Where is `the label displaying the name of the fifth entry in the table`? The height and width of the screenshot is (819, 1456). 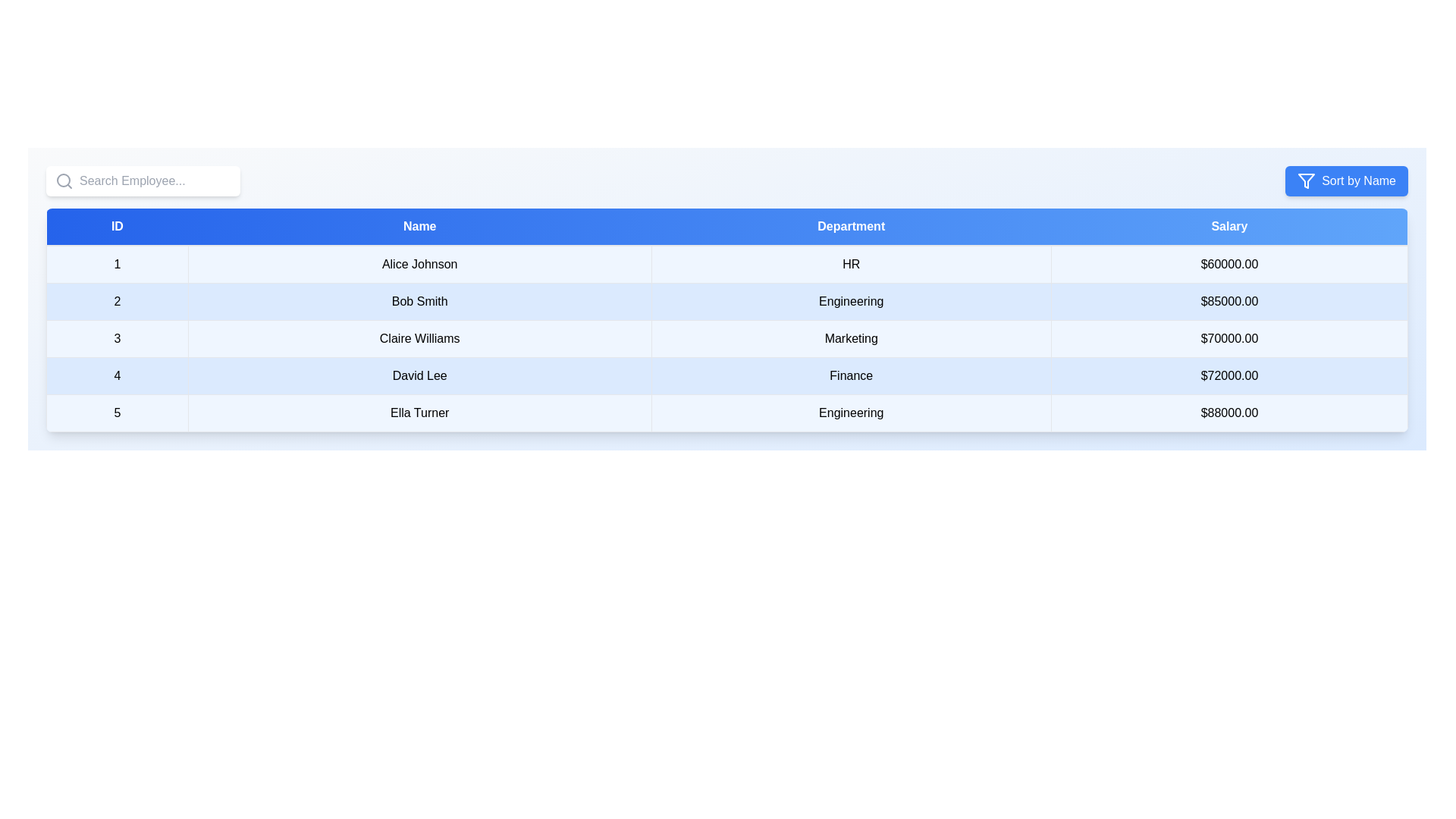
the label displaying the name of the fifth entry in the table is located at coordinates (419, 413).